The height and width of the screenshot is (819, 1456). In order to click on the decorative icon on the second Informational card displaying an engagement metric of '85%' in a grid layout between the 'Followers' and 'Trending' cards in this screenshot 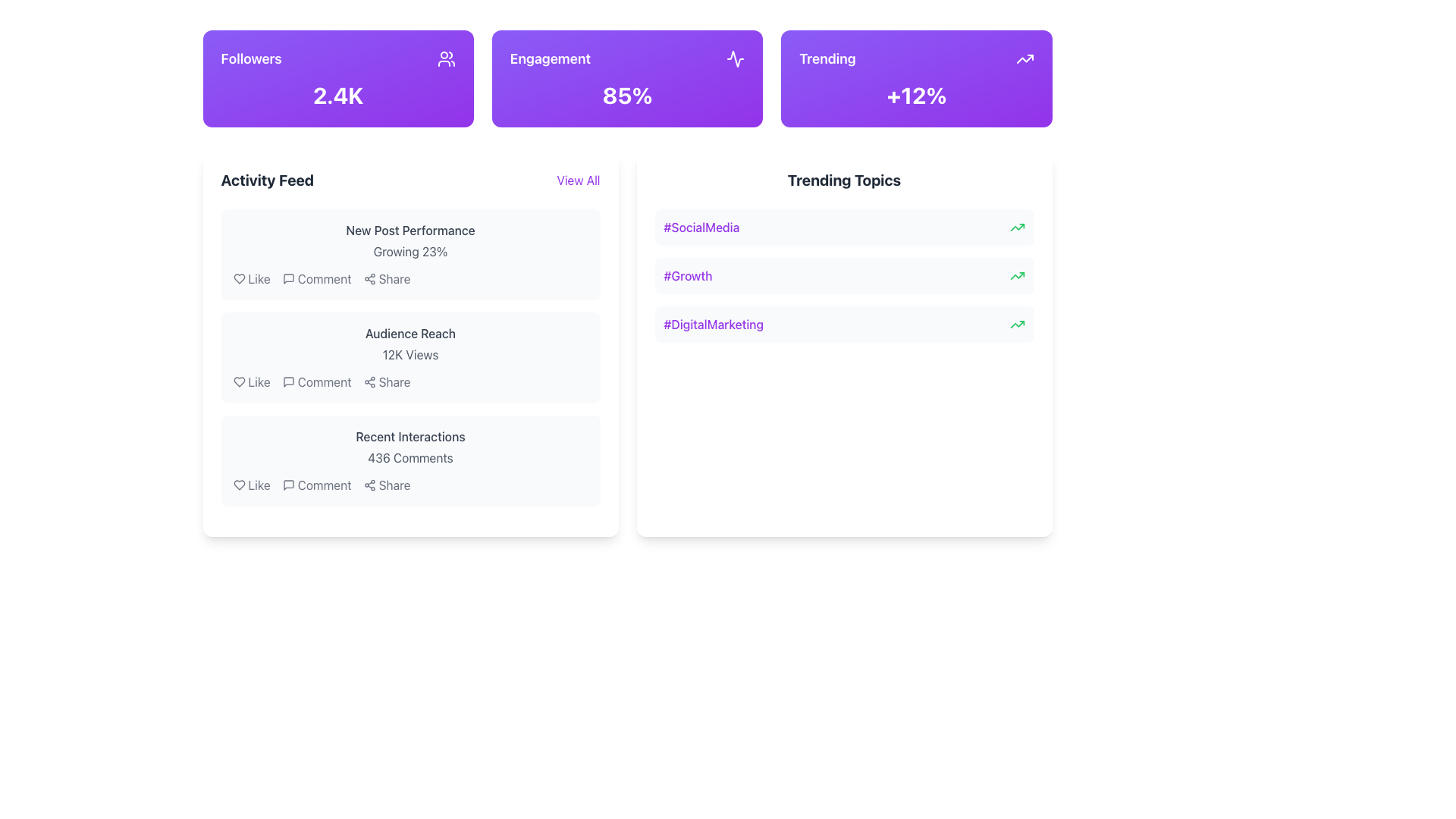, I will do `click(627, 79)`.